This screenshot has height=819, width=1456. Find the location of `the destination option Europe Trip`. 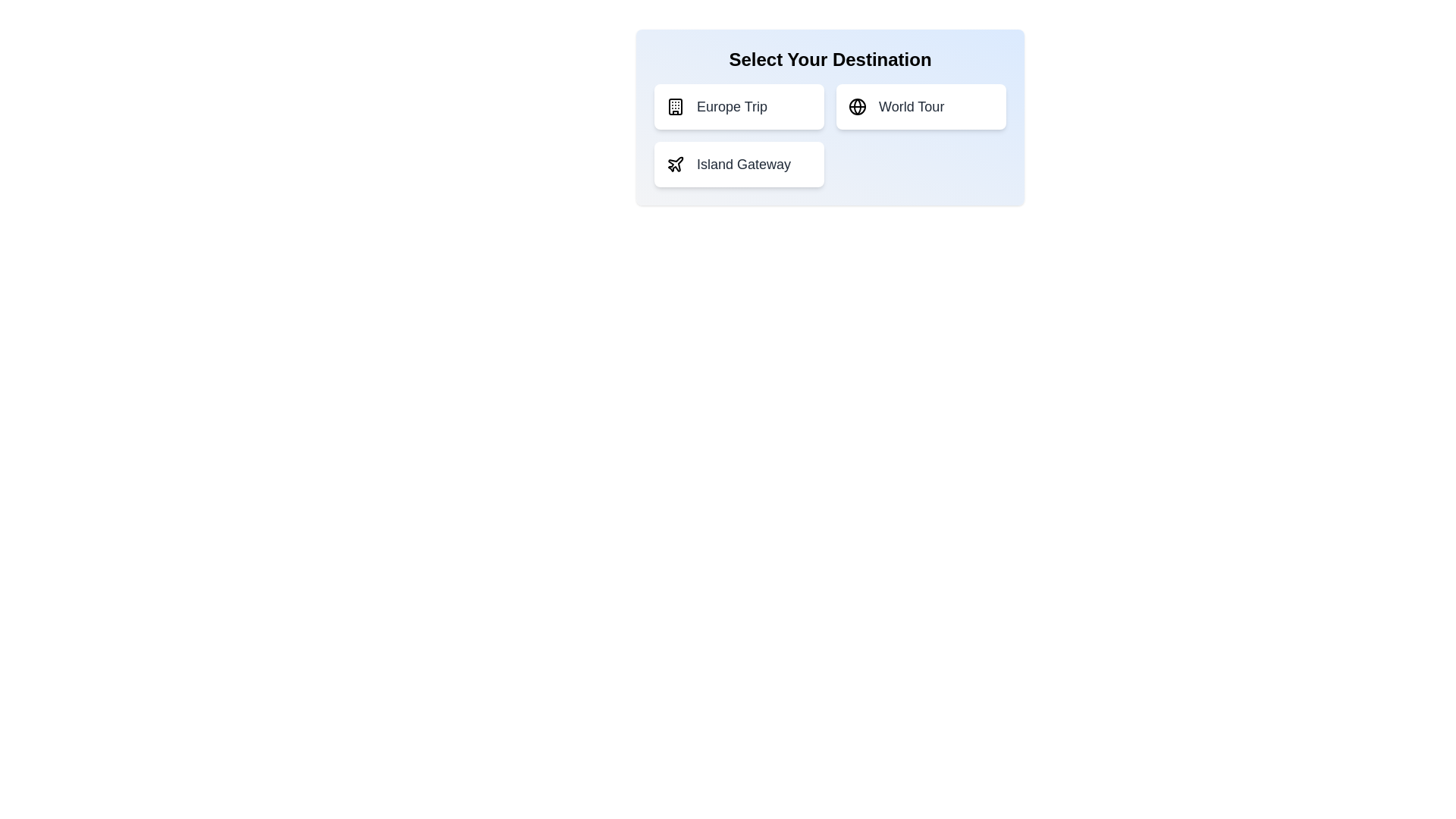

the destination option Europe Trip is located at coordinates (739, 106).